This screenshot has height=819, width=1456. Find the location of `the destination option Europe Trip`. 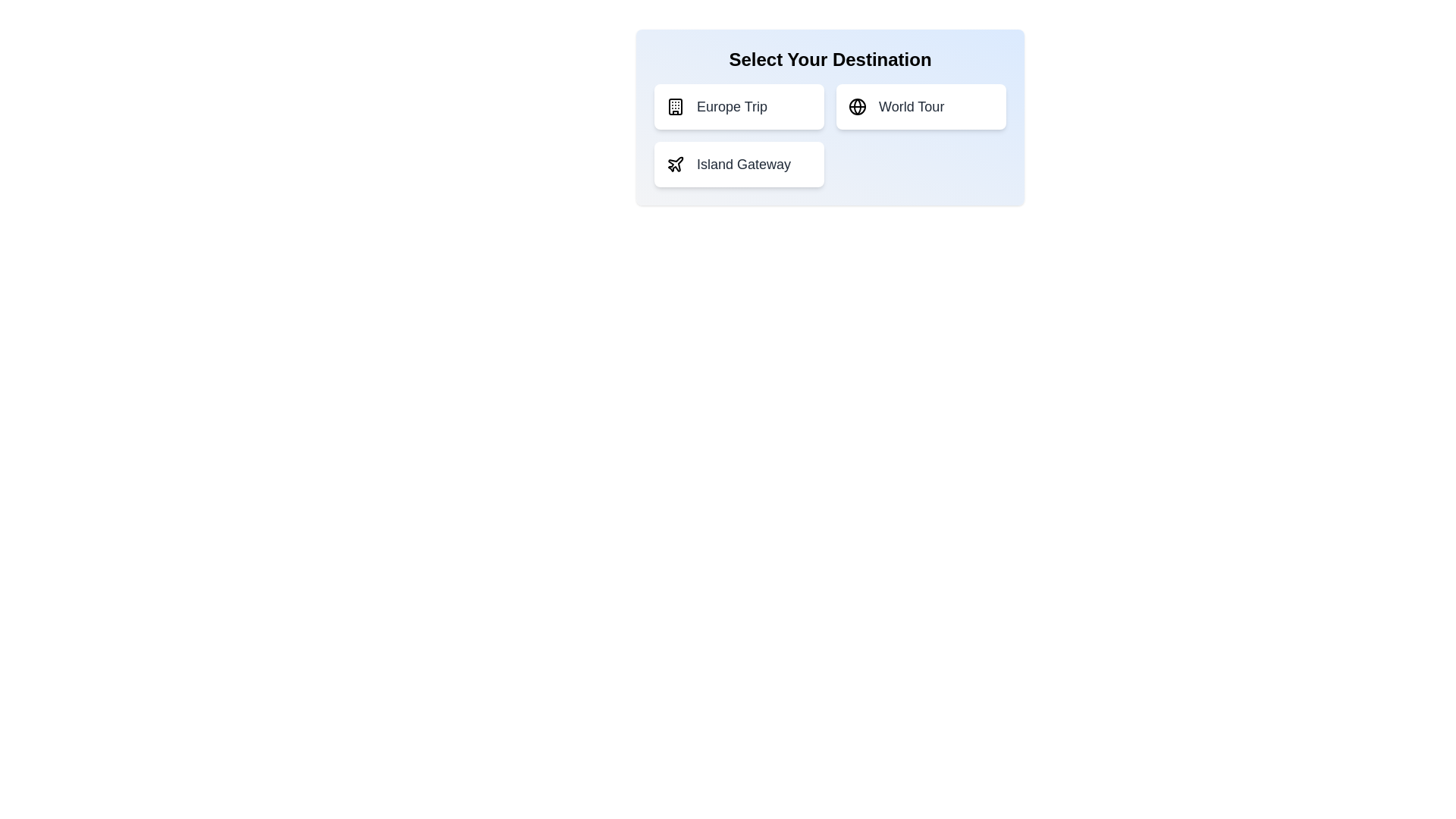

the destination option Europe Trip is located at coordinates (739, 106).